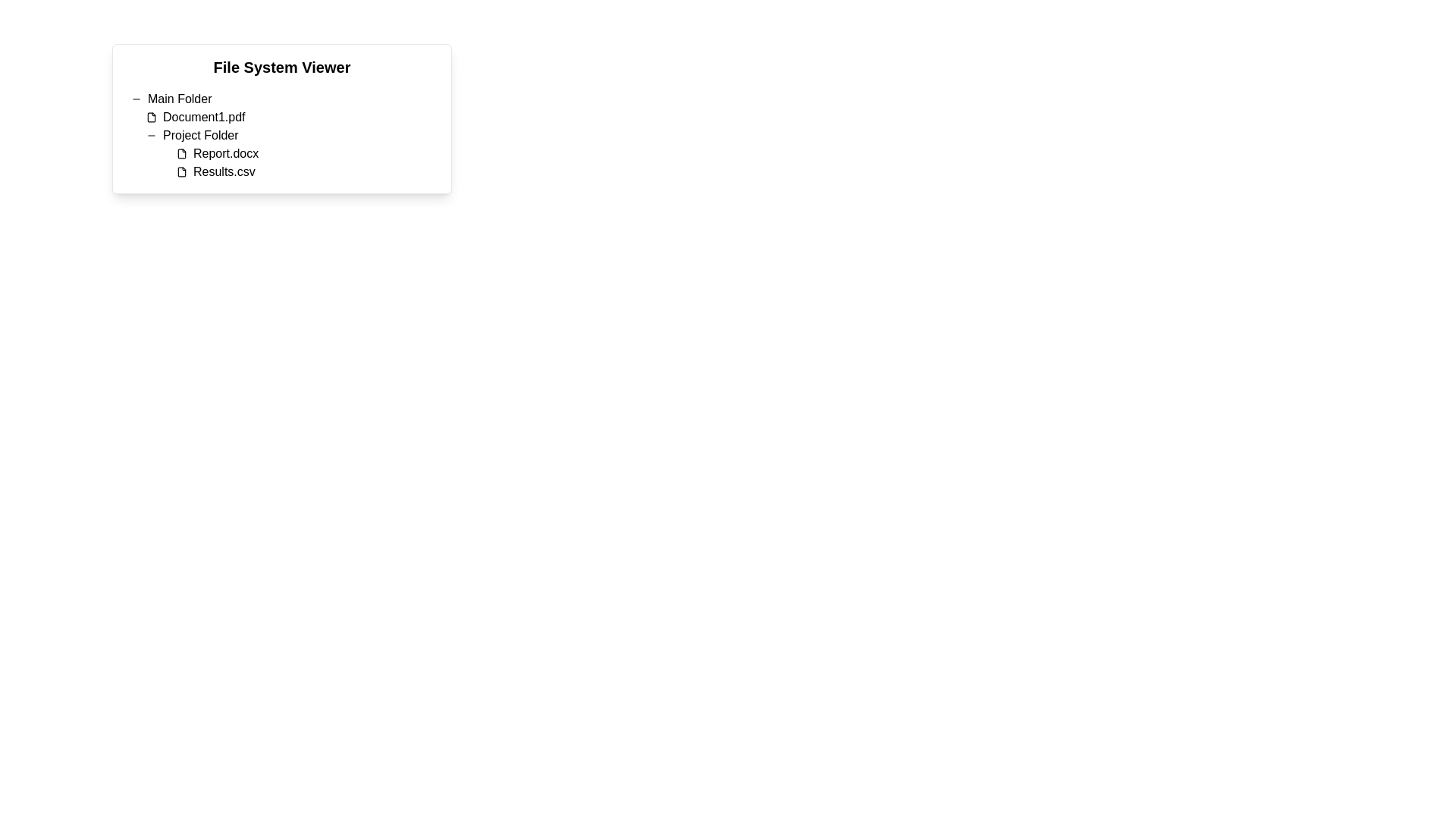 The width and height of the screenshot is (1456, 819). Describe the element at coordinates (223, 171) in the screenshot. I see `the text label providing information about the file named 'Results.csv', which is the second item under 'Project Folder' in the file viewer interface` at that location.